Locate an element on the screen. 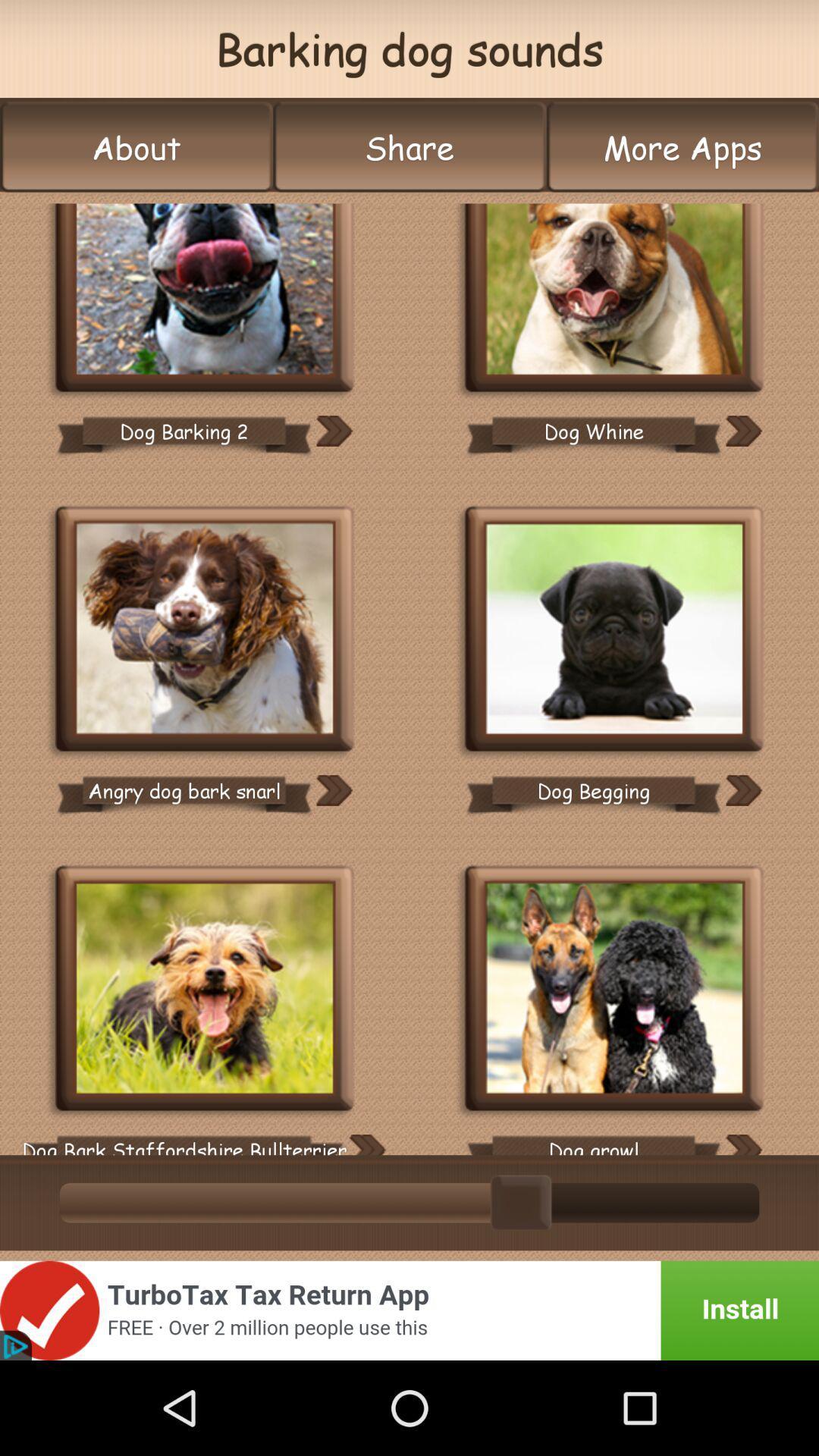 This screenshot has width=819, height=1456. dog whine icon is located at coordinates (593, 430).